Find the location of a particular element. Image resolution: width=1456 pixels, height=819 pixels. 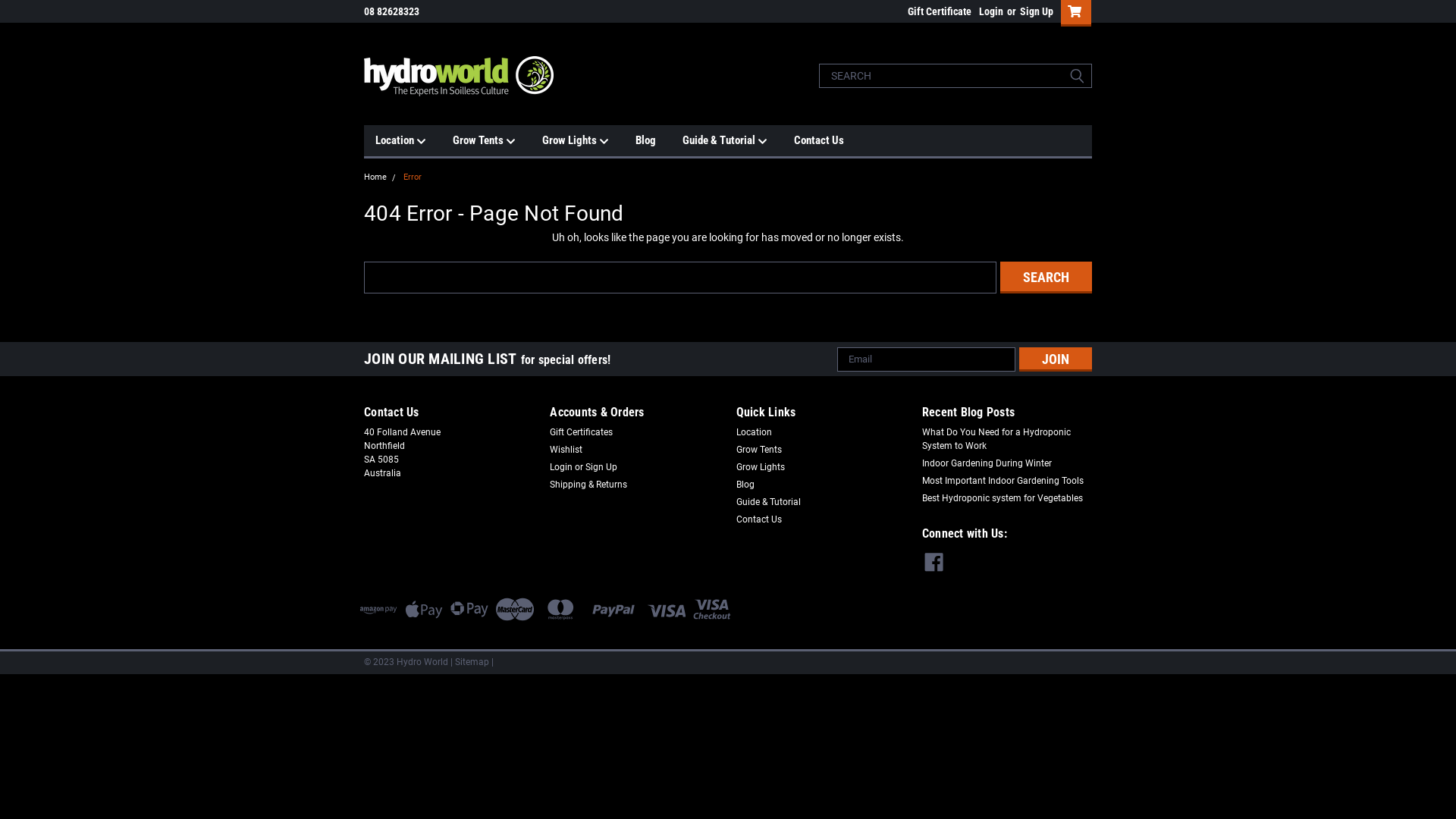

'Join' is located at coordinates (1055, 359).